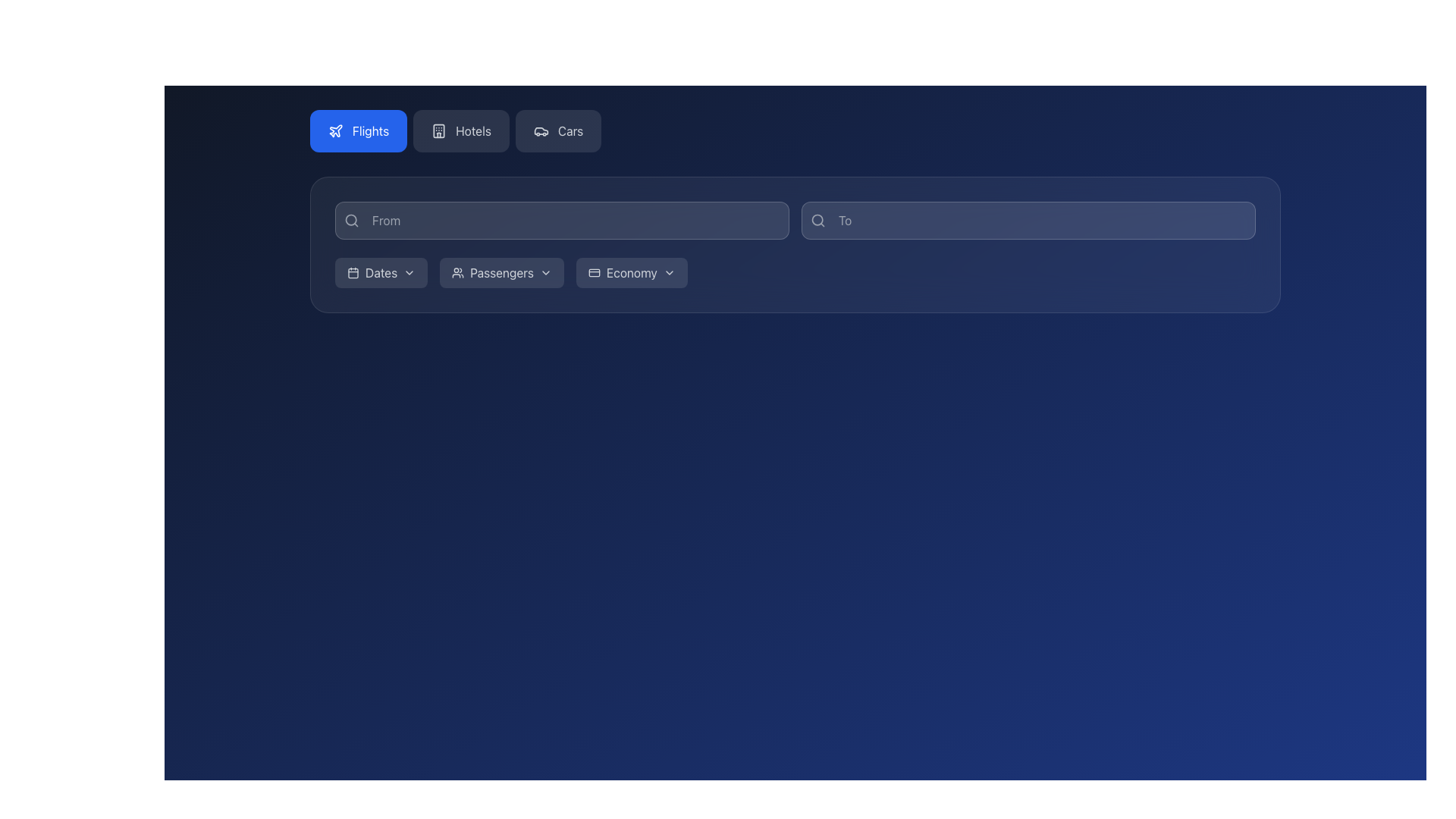 The height and width of the screenshot is (819, 1456). What do you see at coordinates (632, 271) in the screenshot?
I see `the static text label indicating the selected travel class, which currently displays 'Economy'` at bounding box center [632, 271].